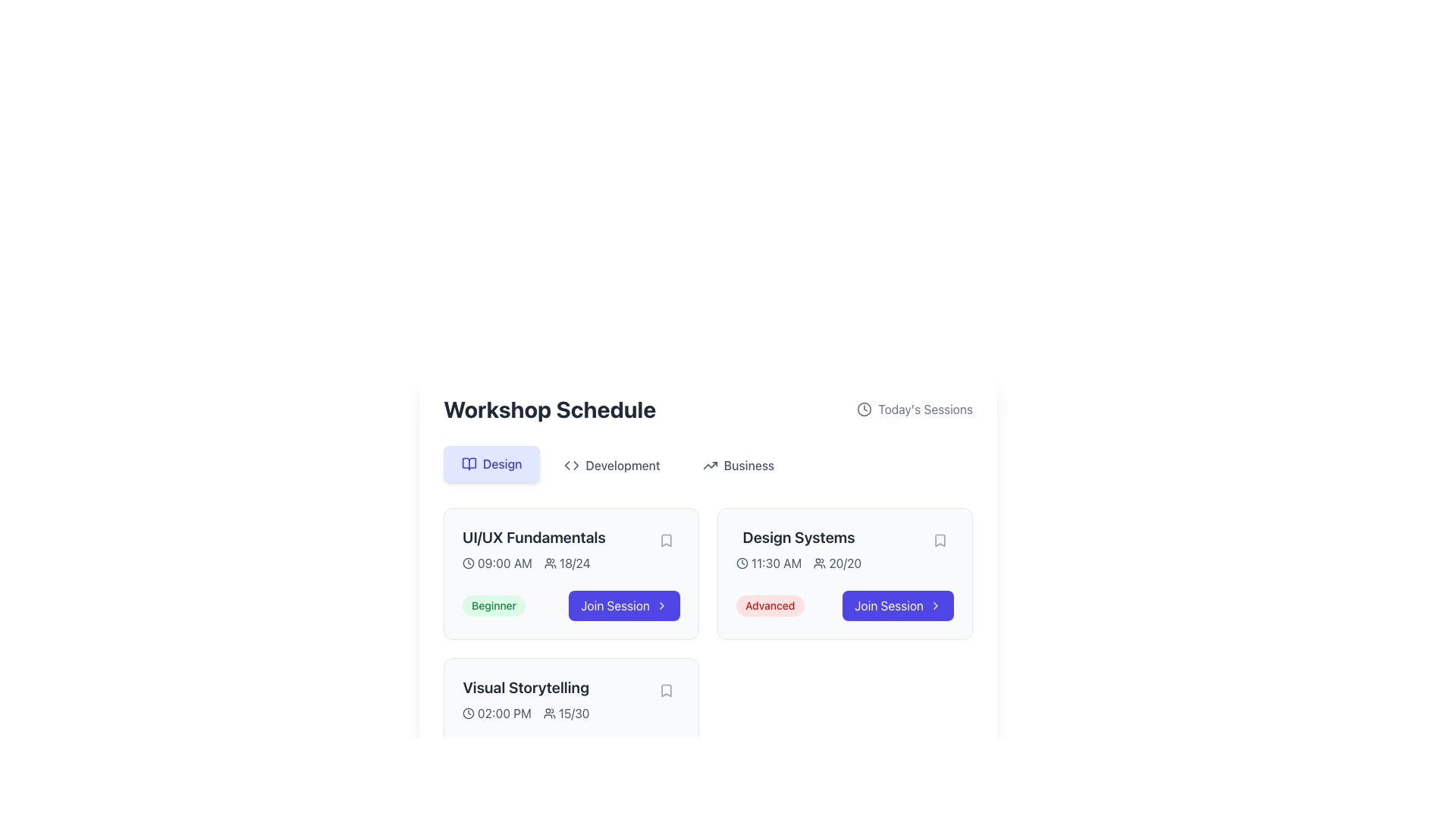  Describe the element at coordinates (666, 690) in the screenshot. I see `the bookmark button located in the bottom-right corner of the 'Visual Storytelling' card in the 'Workshop Schedule' section` at that location.